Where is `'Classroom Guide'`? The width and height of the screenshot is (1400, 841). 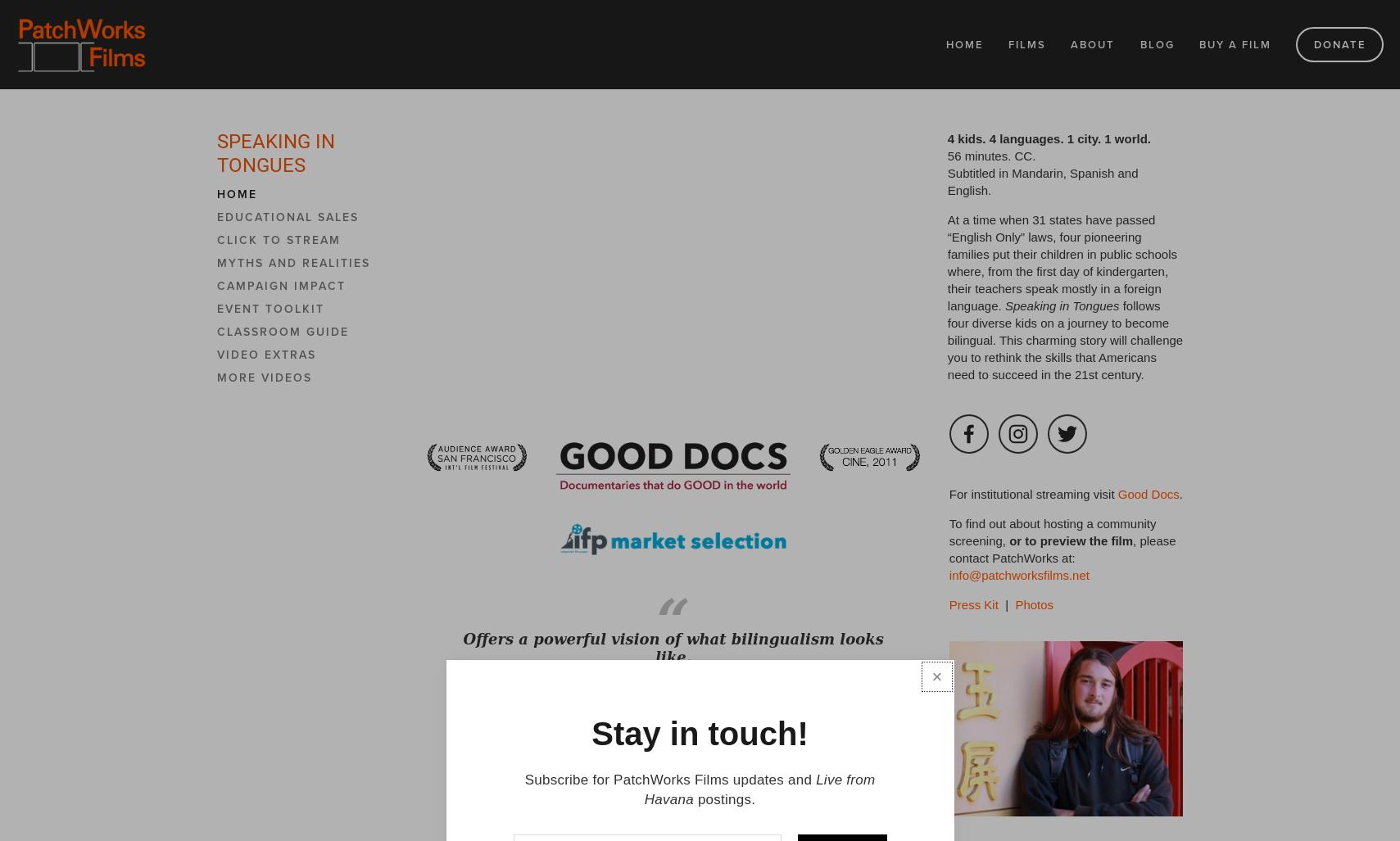 'Classroom Guide' is located at coordinates (281, 330).